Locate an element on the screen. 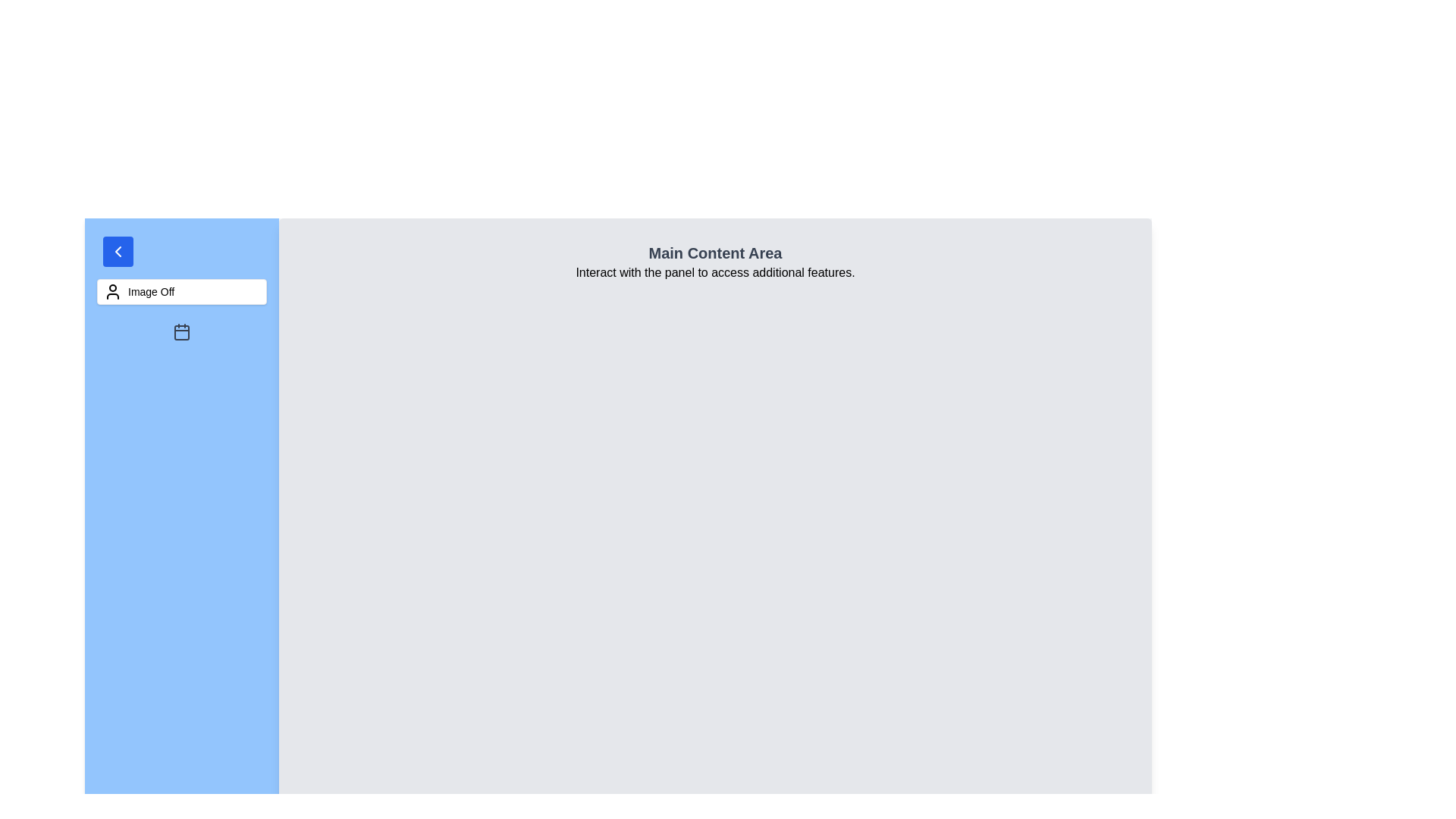 This screenshot has height=819, width=1456. the left-pointing chevron icon inside the rounded blue button at the top-left corner of the sidebar is located at coordinates (118, 250).